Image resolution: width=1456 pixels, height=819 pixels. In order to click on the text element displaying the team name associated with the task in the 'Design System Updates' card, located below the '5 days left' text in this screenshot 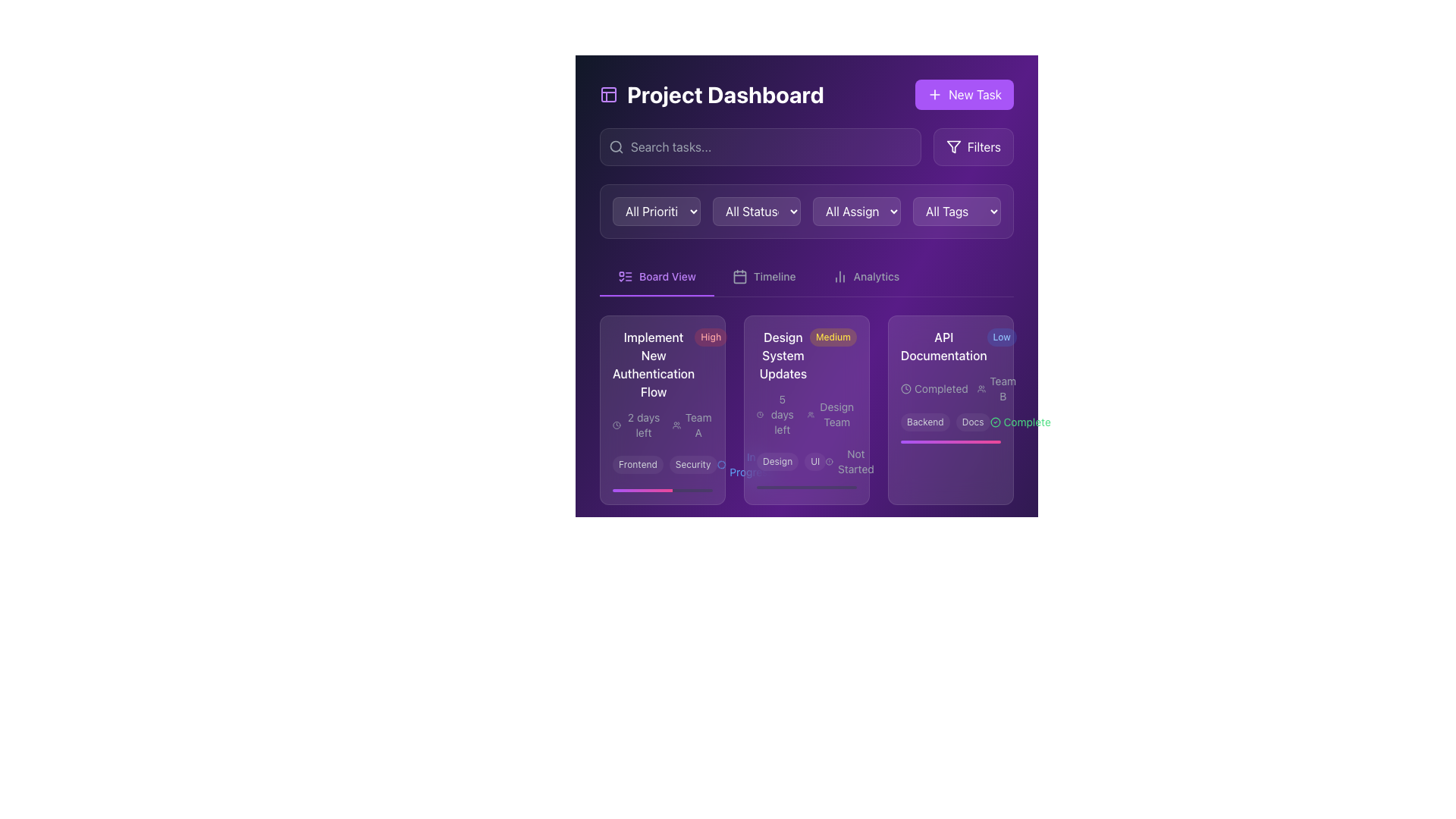, I will do `click(831, 415)`.